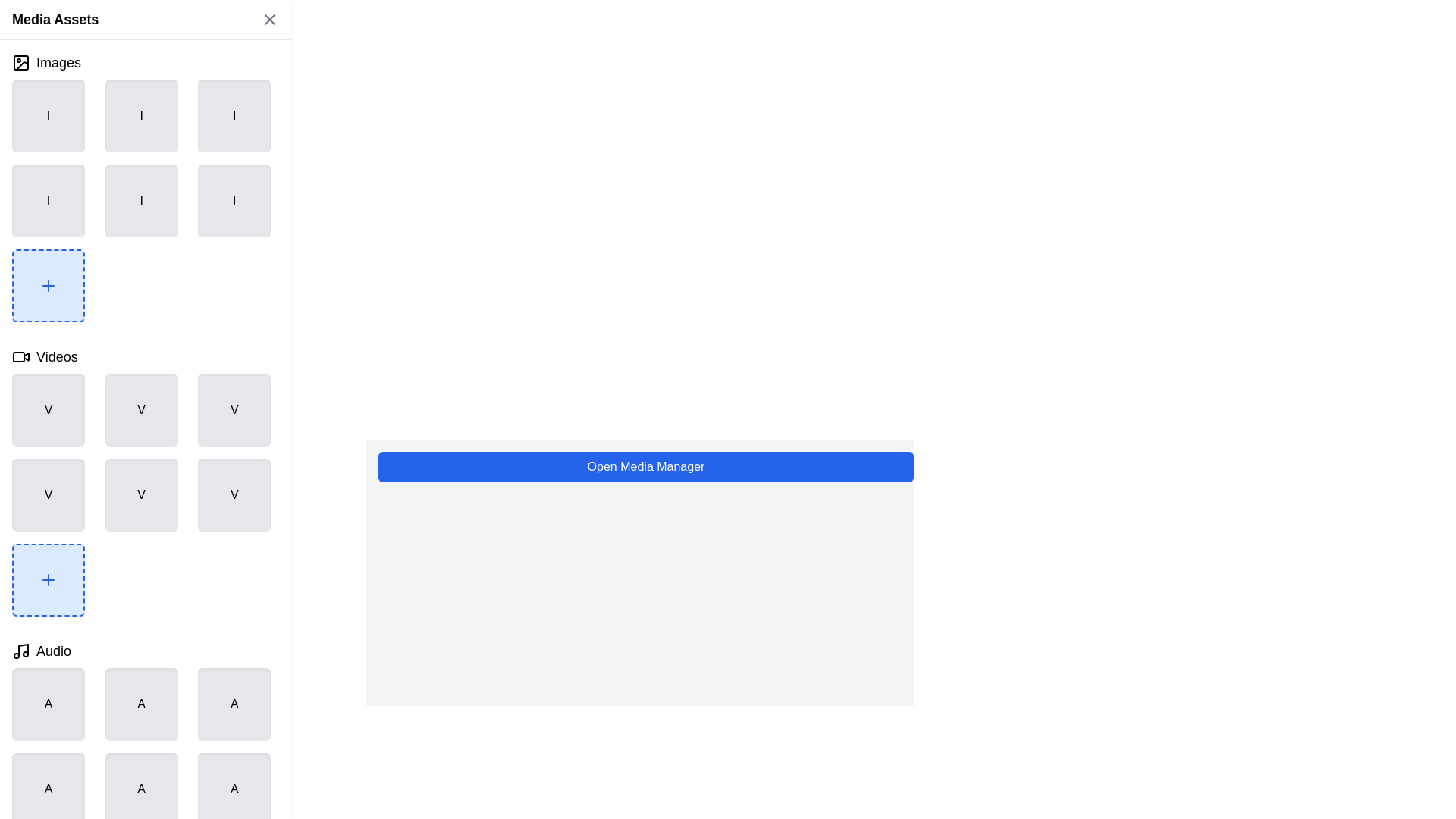 Image resolution: width=1456 pixels, height=819 pixels. I want to click on the visual placeholder or display box representing a video file located in the 'Videos' section, specifically the first element in the second row of the grid, so click(48, 494).